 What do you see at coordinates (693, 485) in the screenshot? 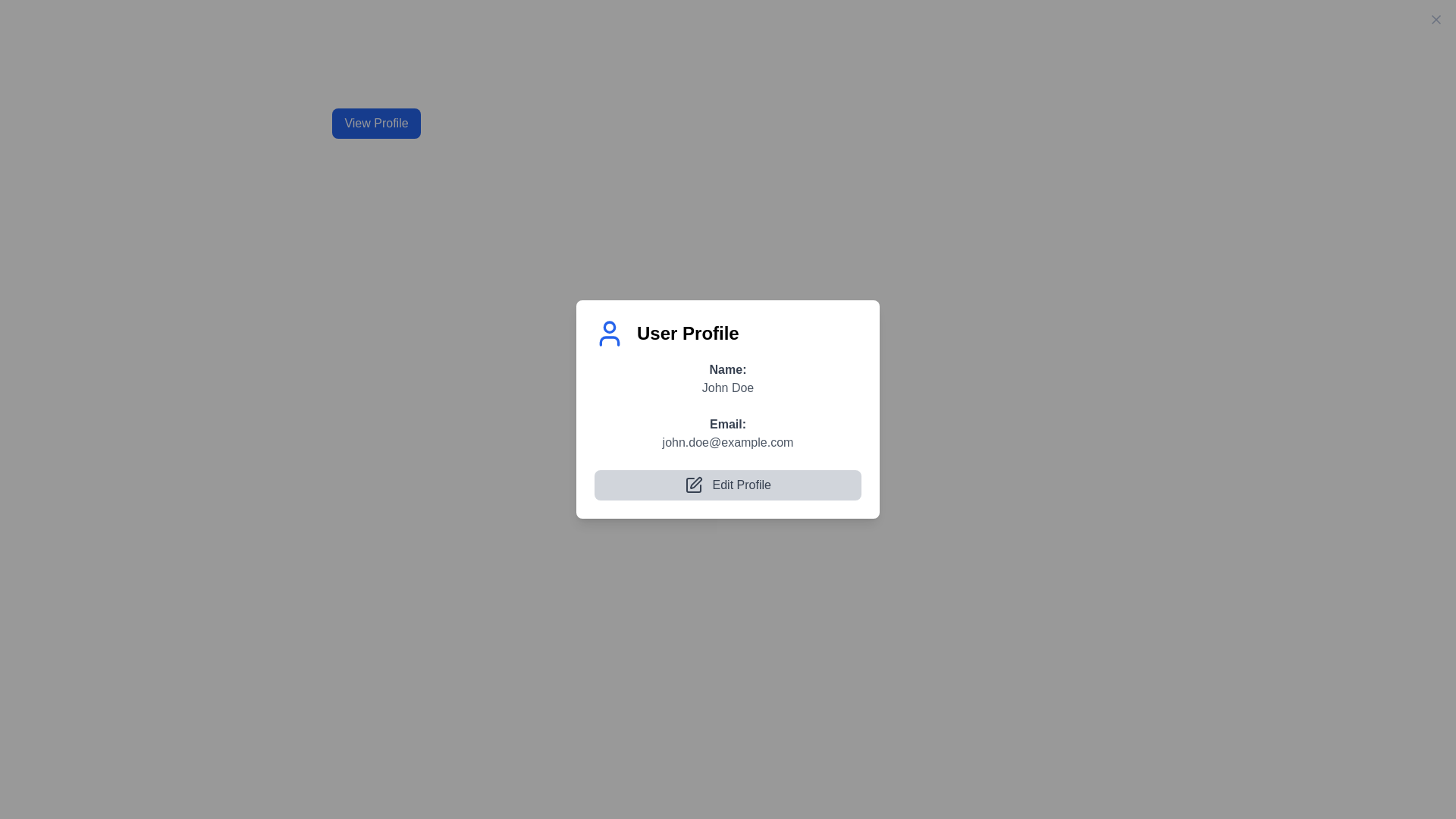
I see `the icon associated with the 'Edit Profile' button, which is located on the left side of the button at the bottom of the user profile card` at bounding box center [693, 485].